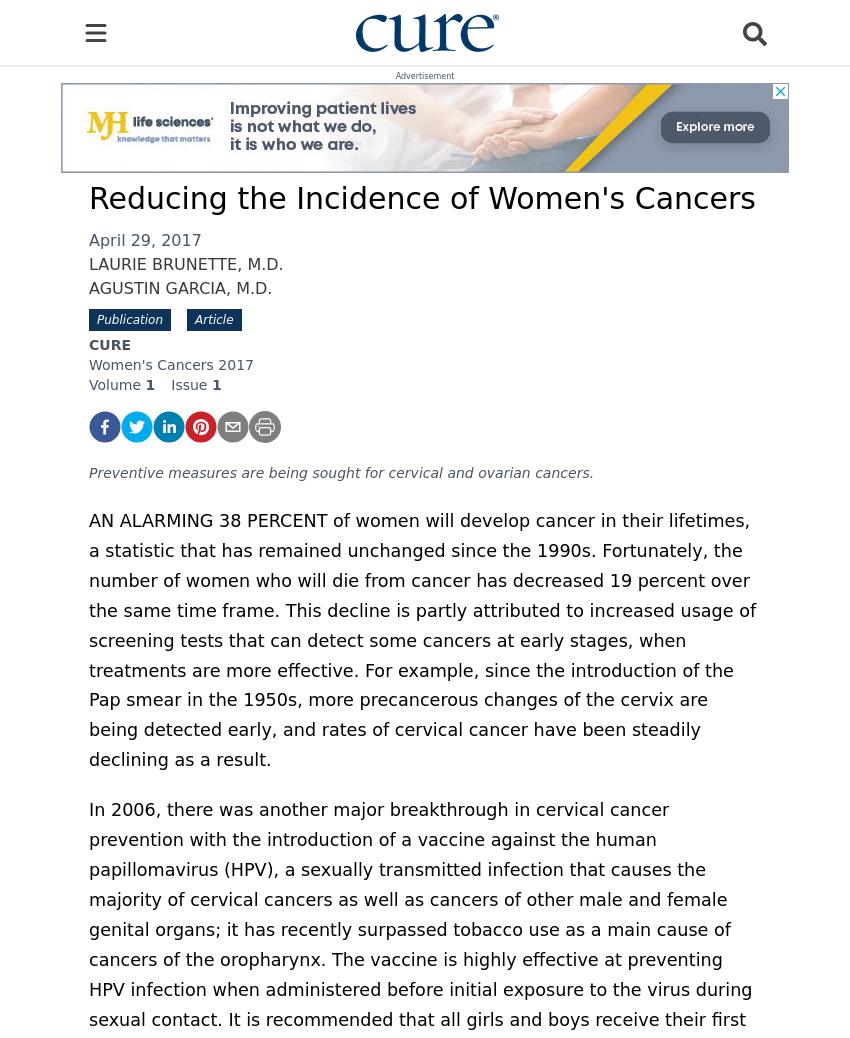 This screenshot has height=1038, width=850. Describe the element at coordinates (129, 320) in the screenshot. I see `'Publication'` at that location.